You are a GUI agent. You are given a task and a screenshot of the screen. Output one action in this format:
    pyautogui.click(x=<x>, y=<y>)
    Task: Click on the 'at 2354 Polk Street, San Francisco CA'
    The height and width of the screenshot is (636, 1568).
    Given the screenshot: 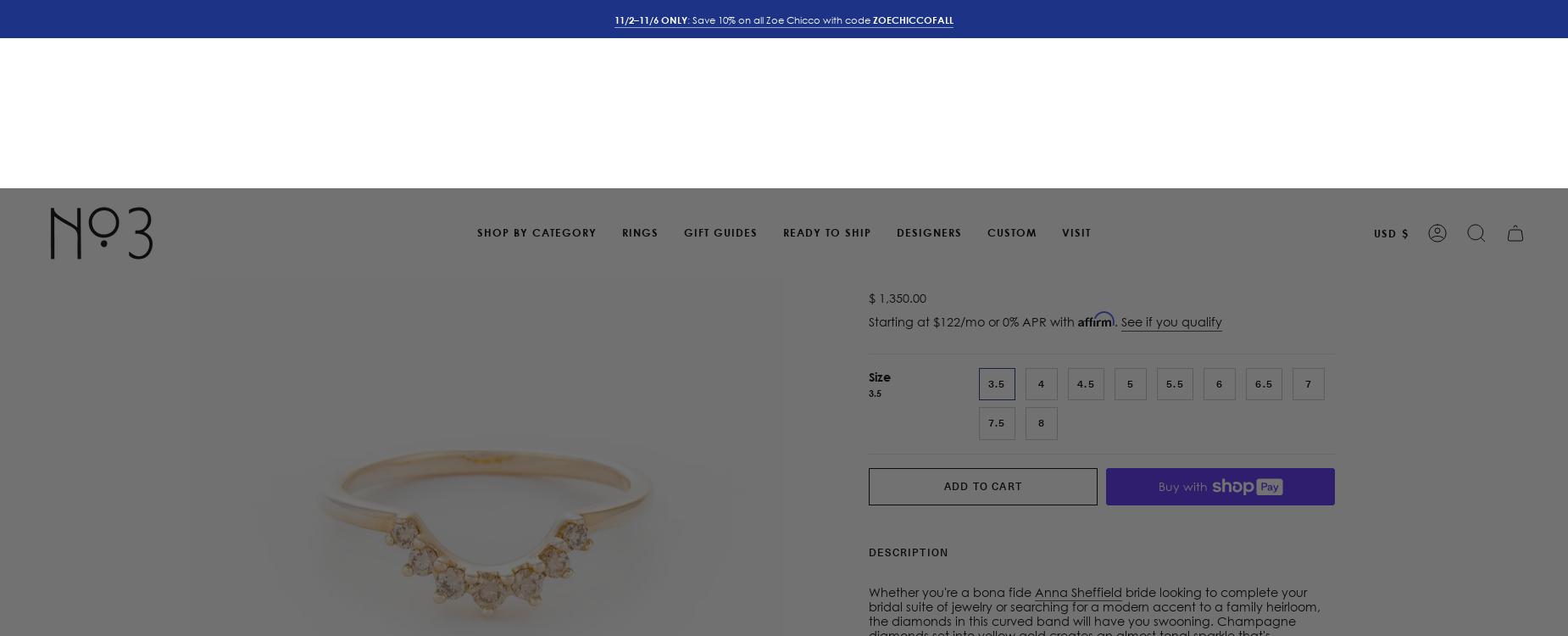 What is the action you would take?
    pyautogui.click(x=1017, y=617)
    